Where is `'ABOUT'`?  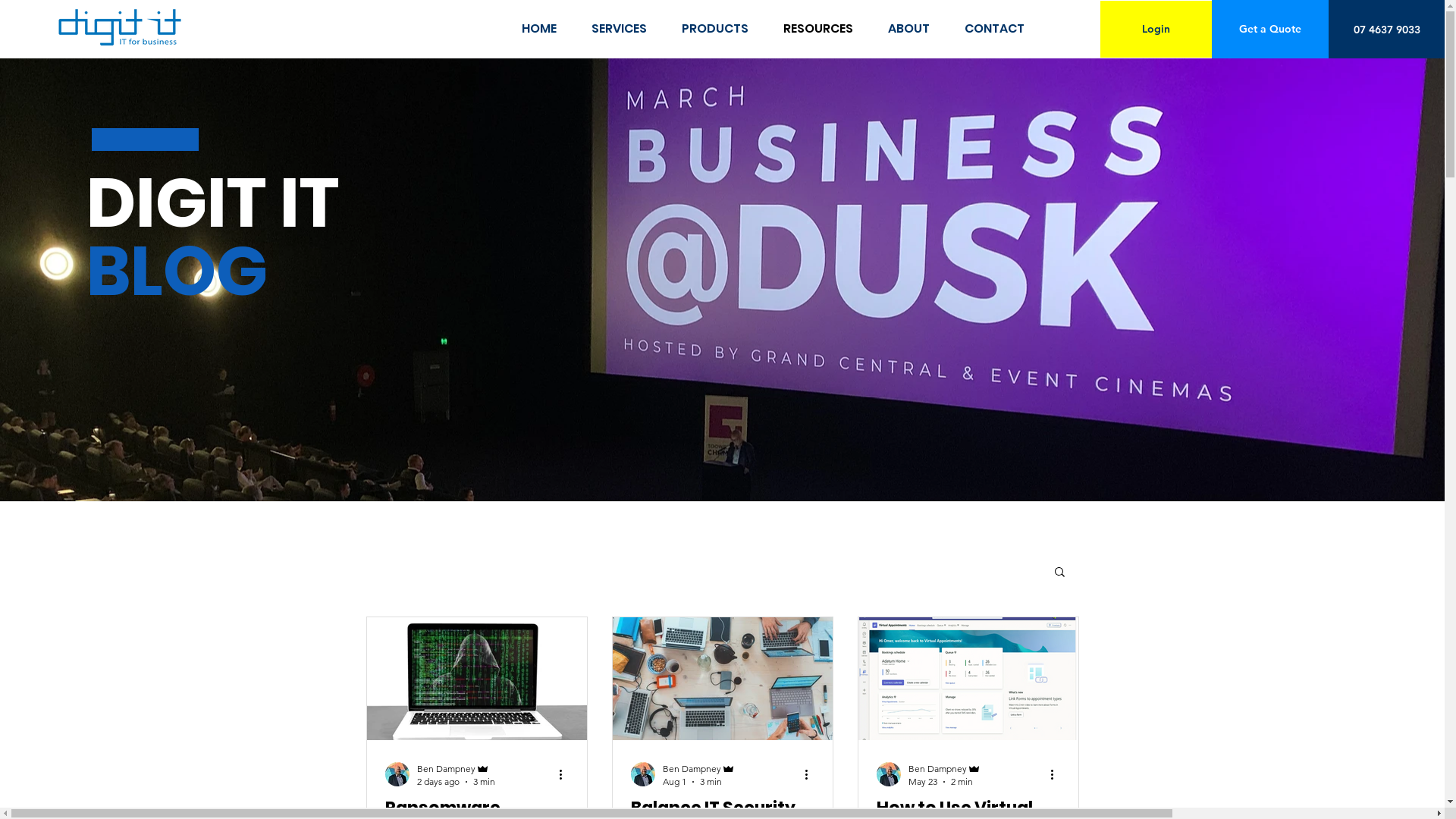 'ABOUT' is located at coordinates (908, 29).